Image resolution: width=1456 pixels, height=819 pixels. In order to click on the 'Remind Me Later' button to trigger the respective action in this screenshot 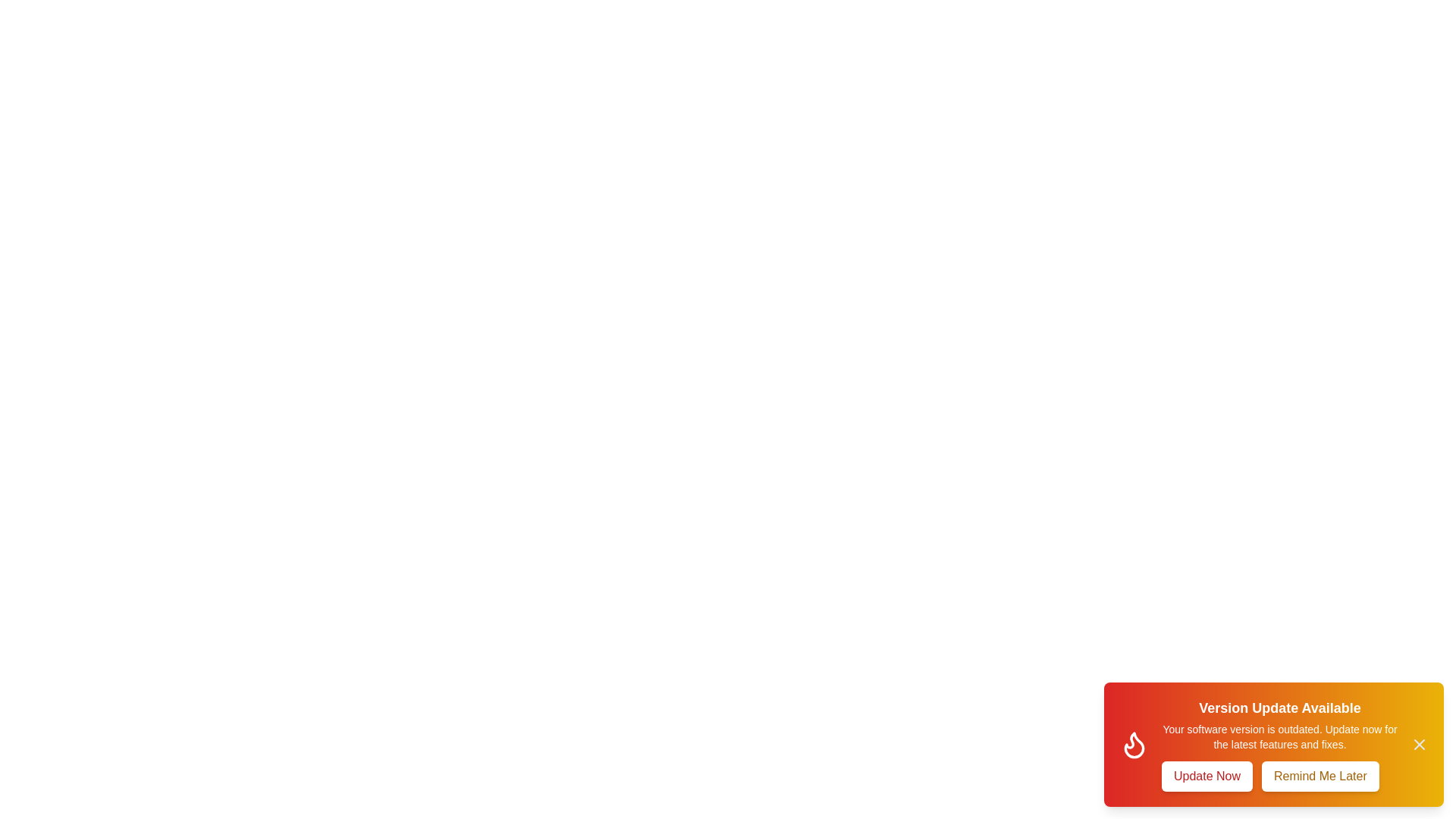, I will do `click(1319, 776)`.